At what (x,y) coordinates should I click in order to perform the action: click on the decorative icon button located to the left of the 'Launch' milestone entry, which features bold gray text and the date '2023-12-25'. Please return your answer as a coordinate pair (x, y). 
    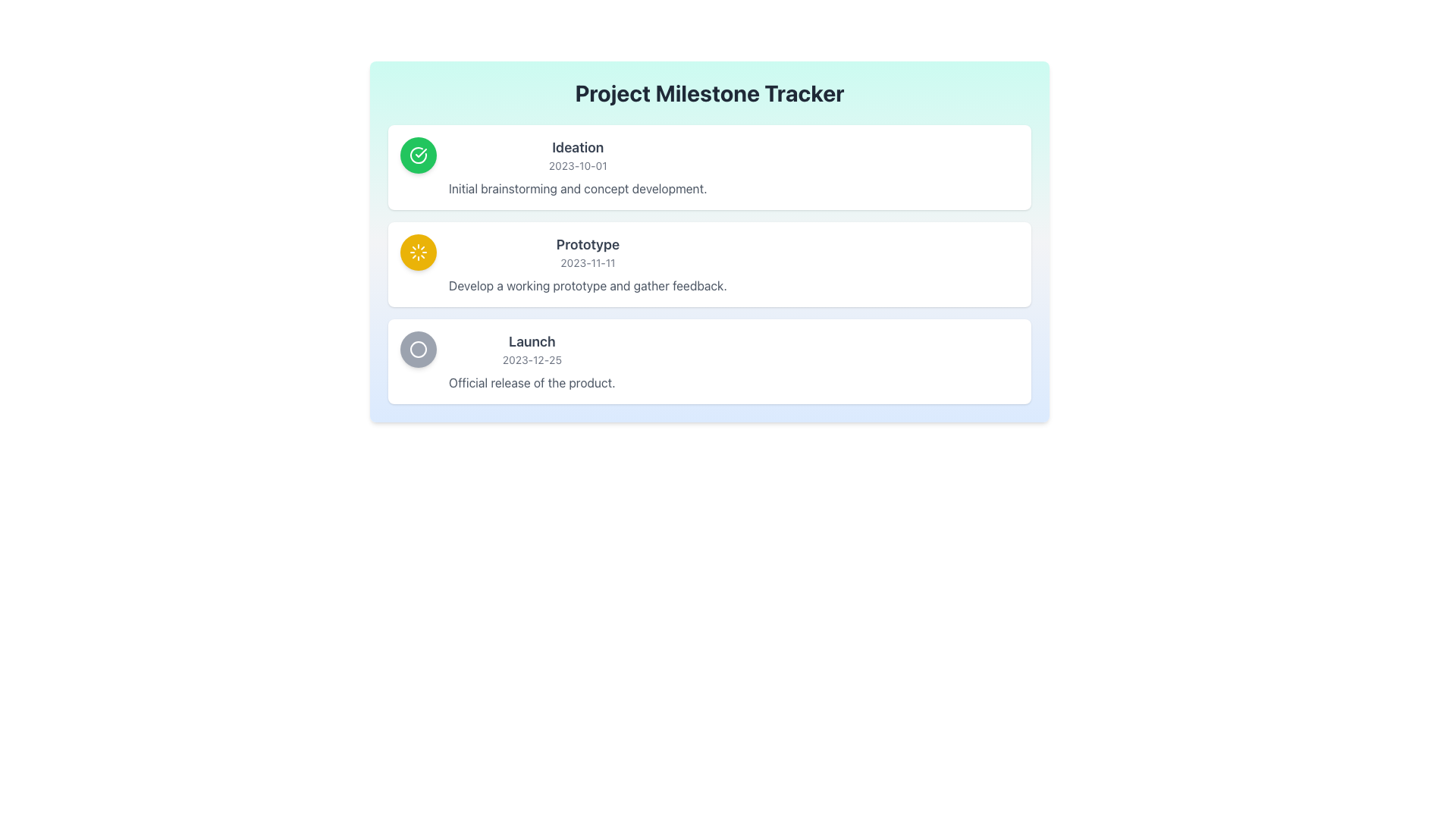
    Looking at the image, I should click on (419, 350).